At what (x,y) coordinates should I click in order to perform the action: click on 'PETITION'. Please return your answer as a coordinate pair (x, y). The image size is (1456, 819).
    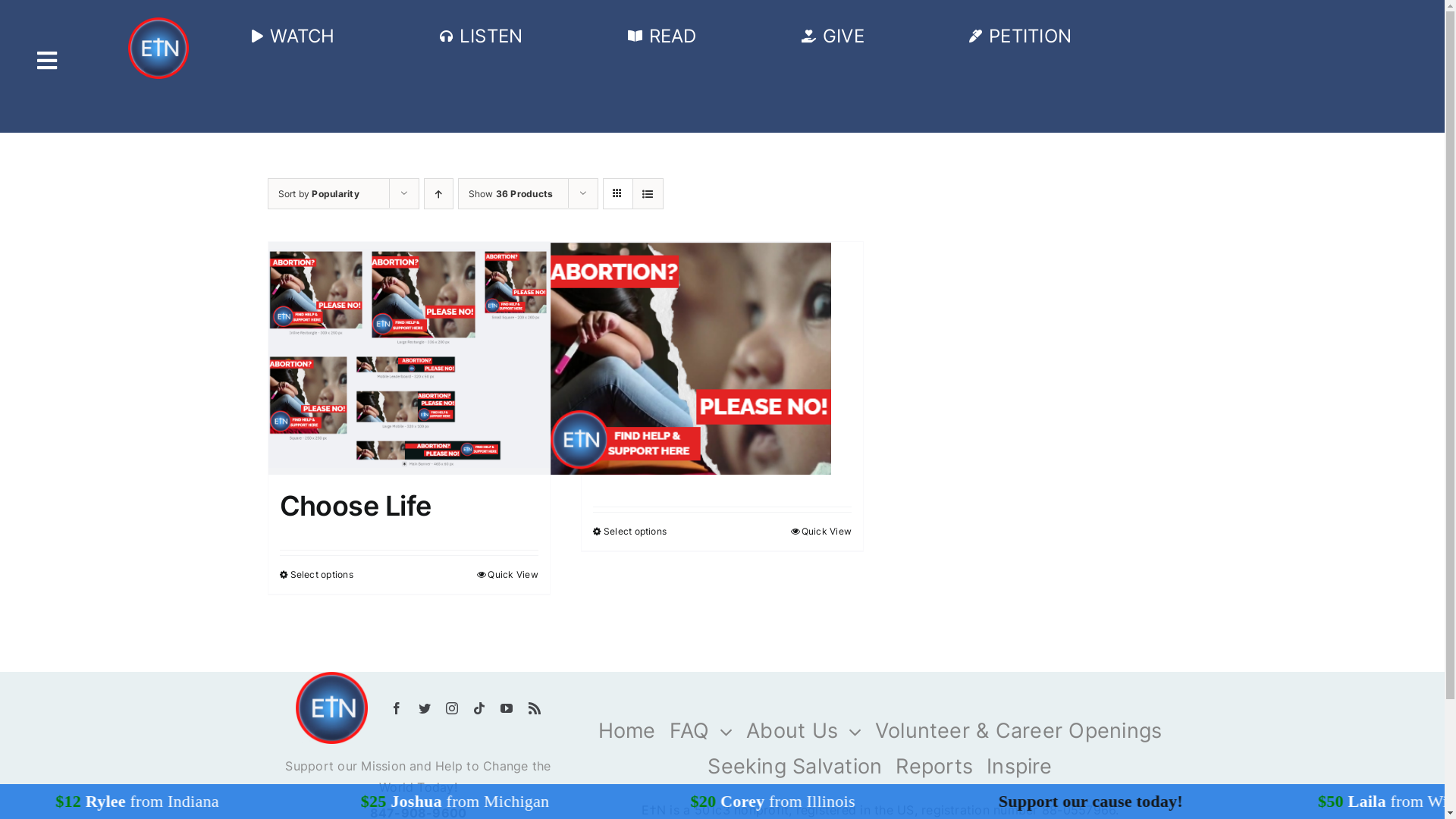
    Looking at the image, I should click on (1017, 35).